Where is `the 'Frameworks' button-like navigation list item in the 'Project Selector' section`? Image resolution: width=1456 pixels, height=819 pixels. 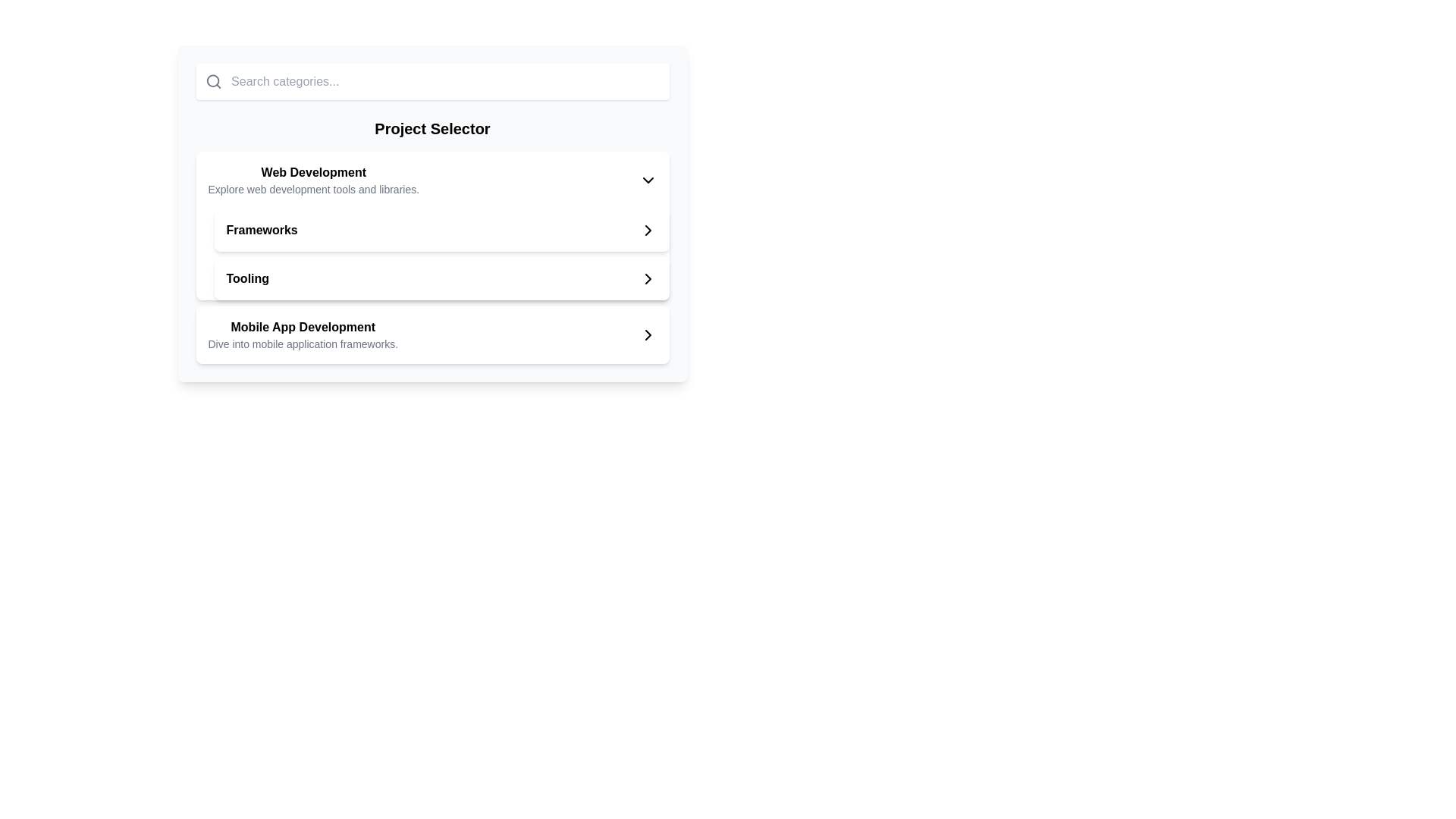 the 'Frameworks' button-like navigation list item in the 'Project Selector' section is located at coordinates (441, 231).